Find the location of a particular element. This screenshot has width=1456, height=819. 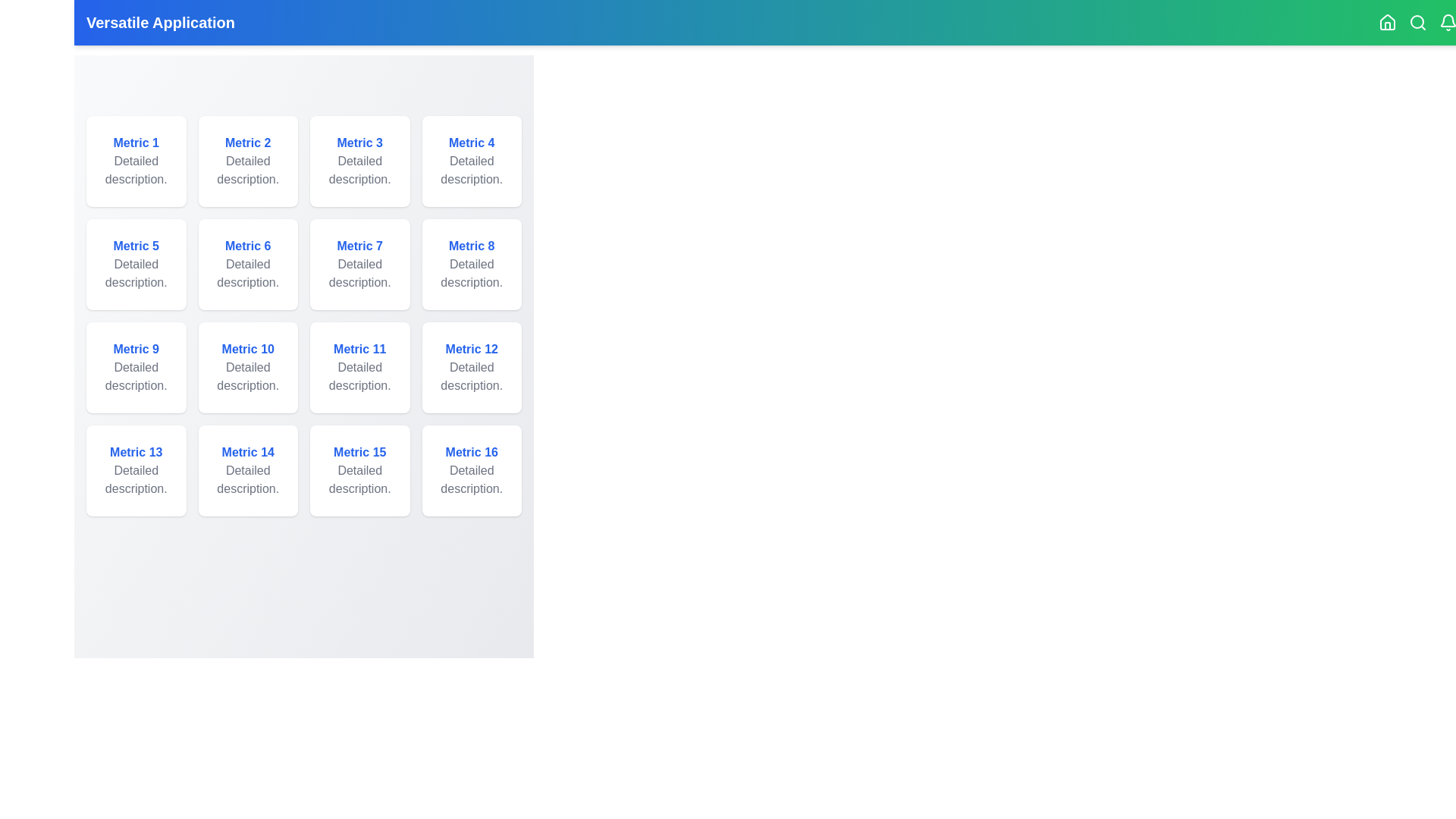

the Bell icon in the app bar is located at coordinates (1448, 23).